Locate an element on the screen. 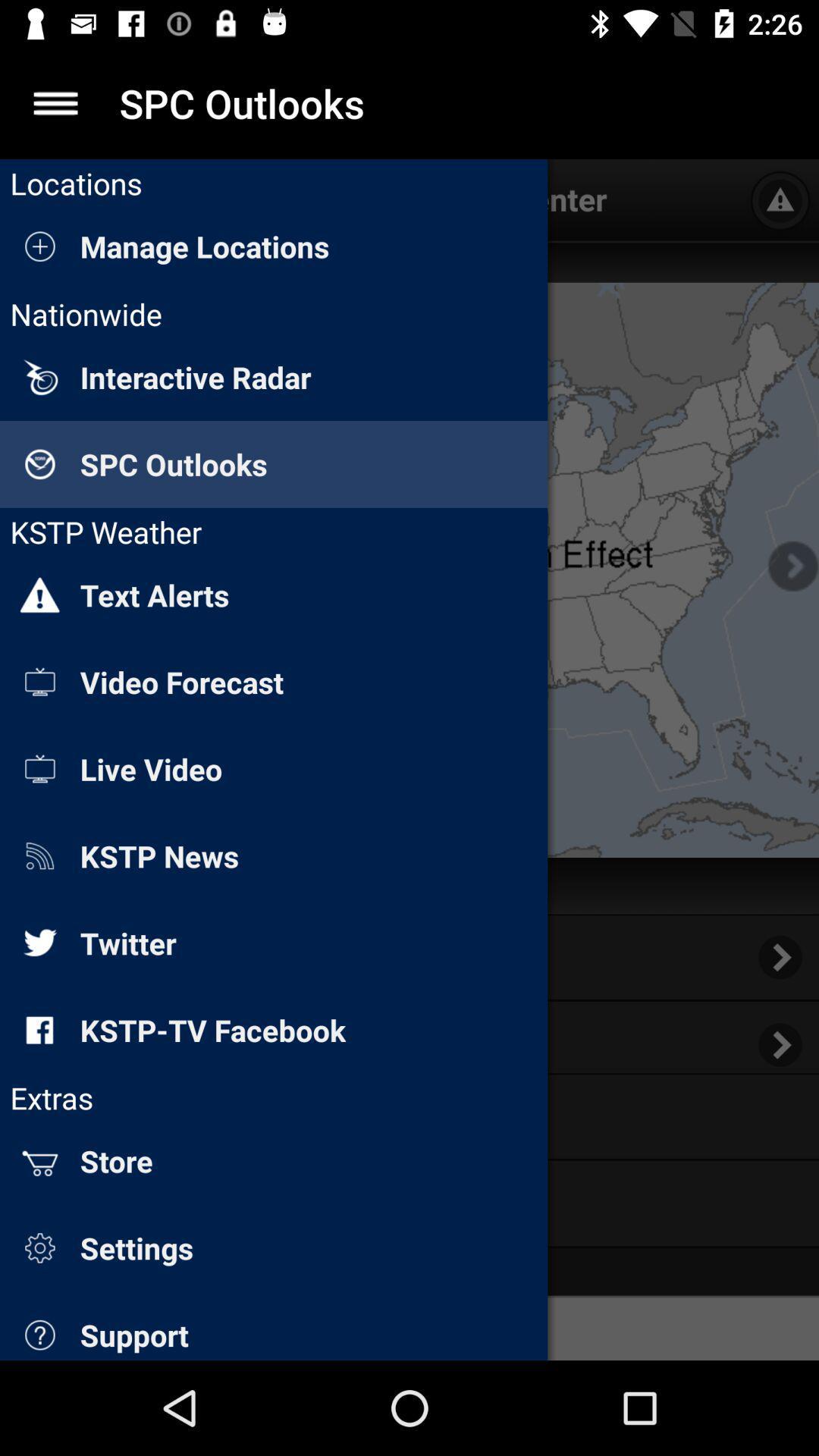  menu collapse option is located at coordinates (55, 102).